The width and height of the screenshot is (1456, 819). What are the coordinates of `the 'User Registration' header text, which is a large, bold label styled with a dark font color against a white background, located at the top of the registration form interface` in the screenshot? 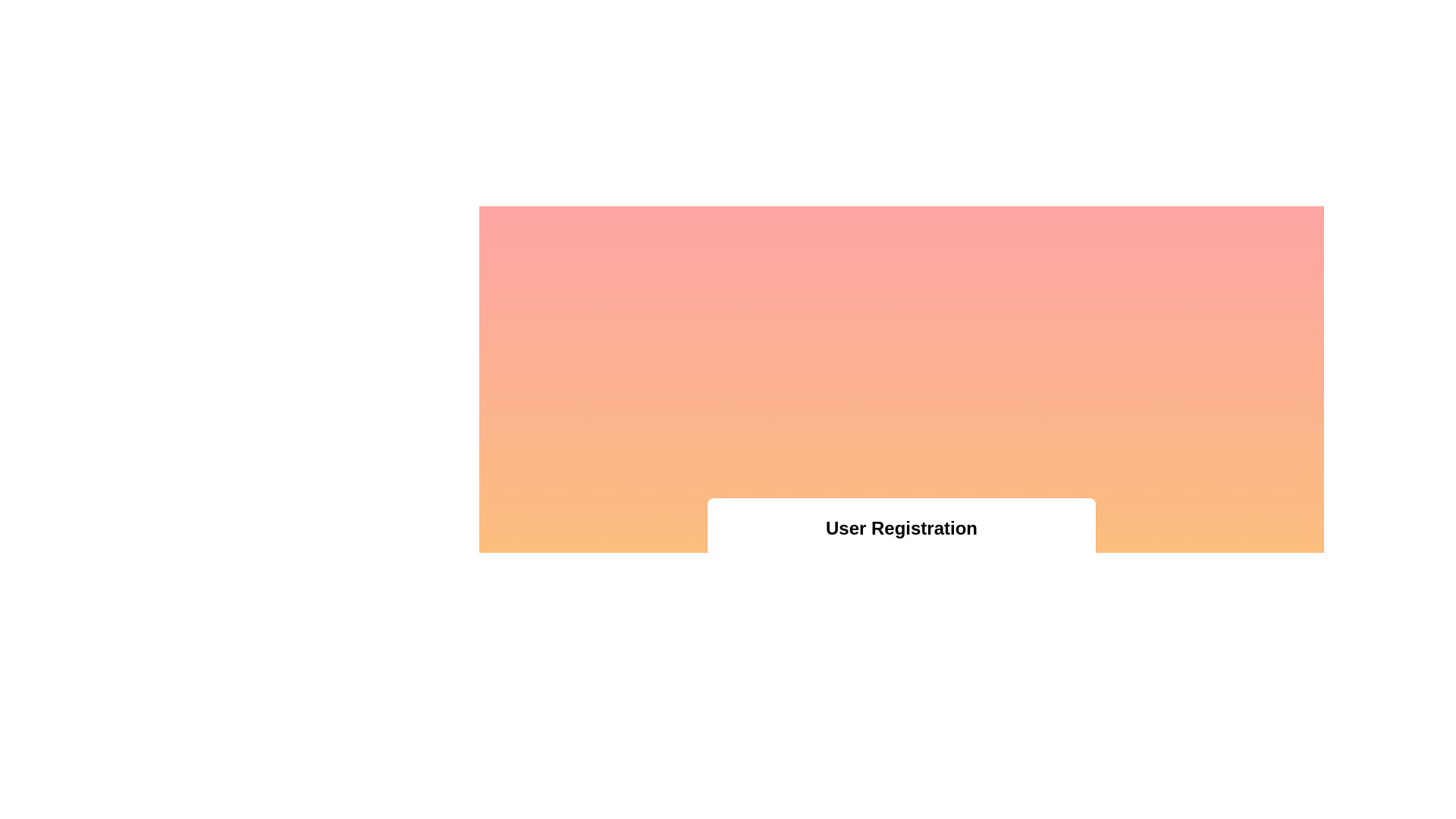 It's located at (902, 528).